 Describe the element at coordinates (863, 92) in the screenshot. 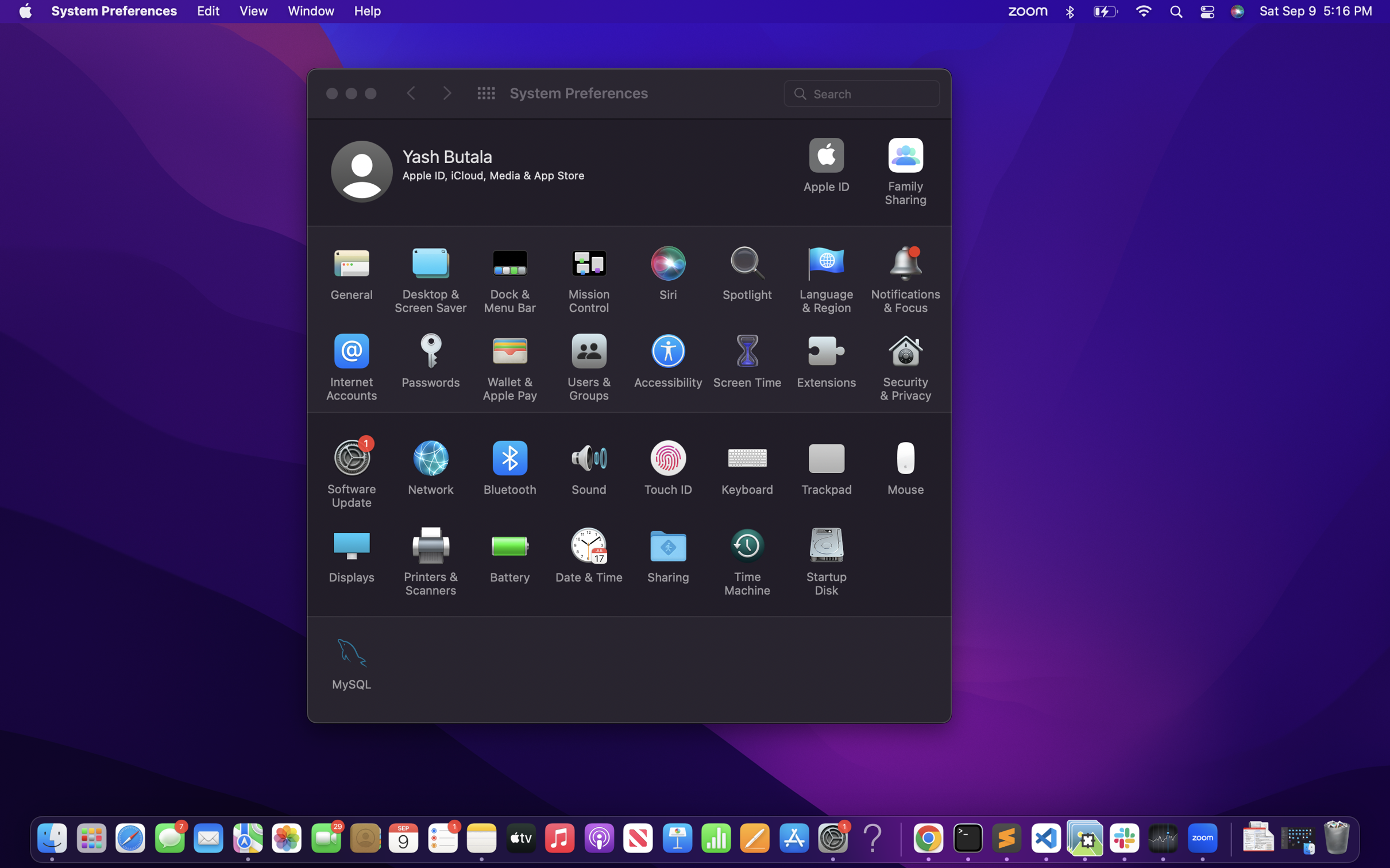

I see `Employ the search bar to navigate to the keyboard controls` at that location.